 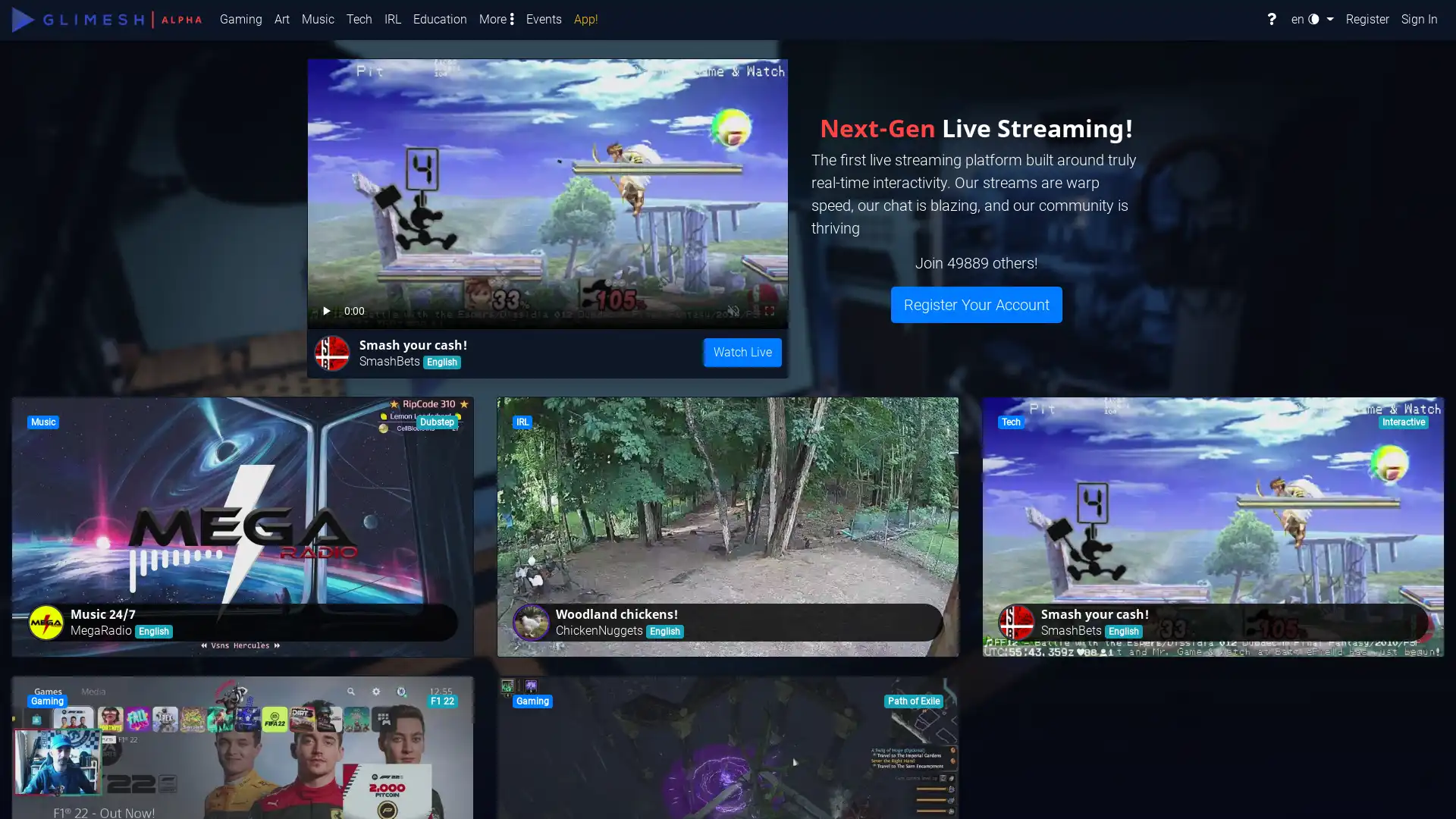 I want to click on pause, so click(x=327, y=308).